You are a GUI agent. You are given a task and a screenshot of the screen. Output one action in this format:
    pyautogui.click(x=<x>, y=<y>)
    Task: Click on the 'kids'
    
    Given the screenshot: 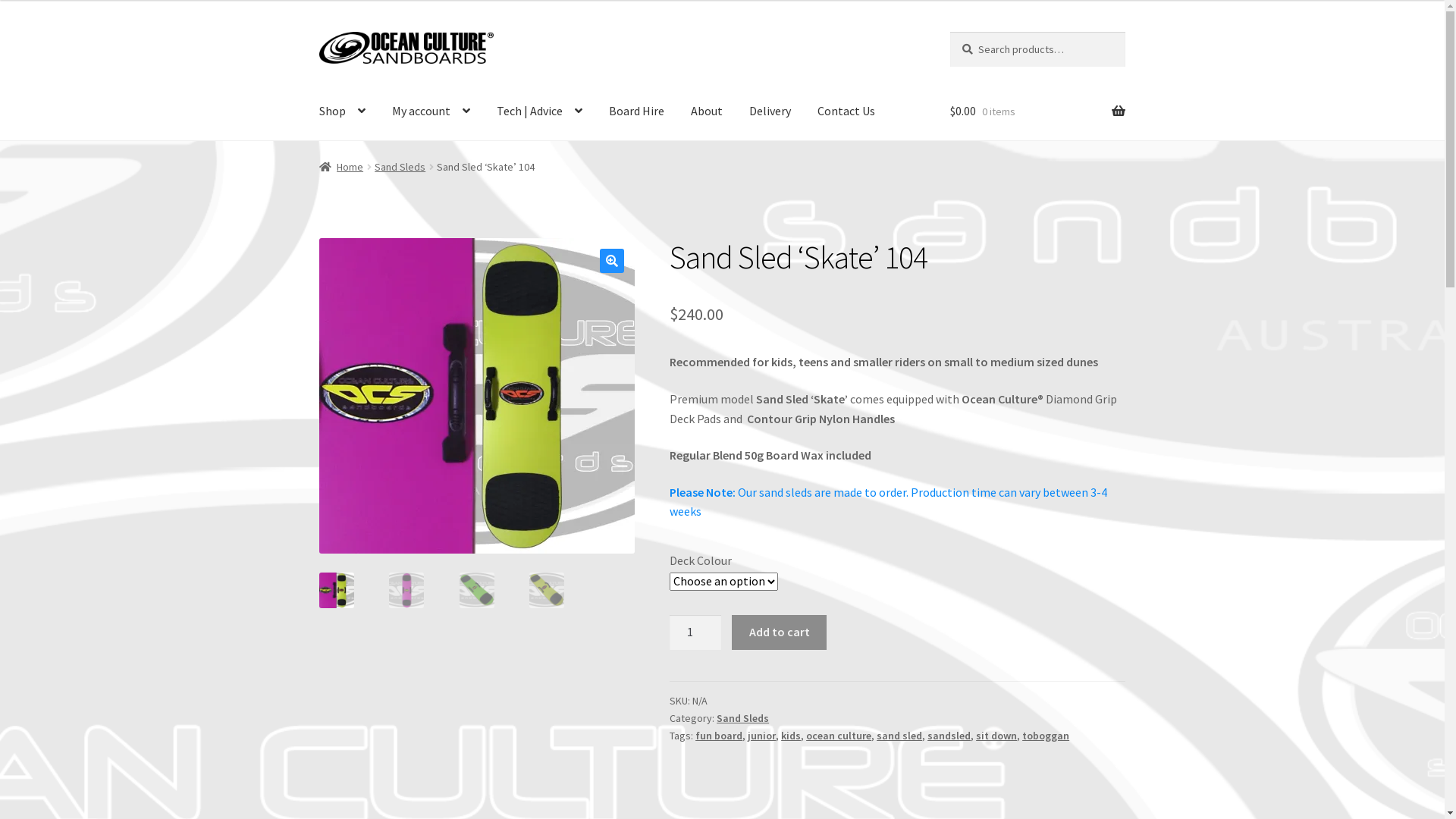 What is the action you would take?
    pyautogui.click(x=789, y=734)
    